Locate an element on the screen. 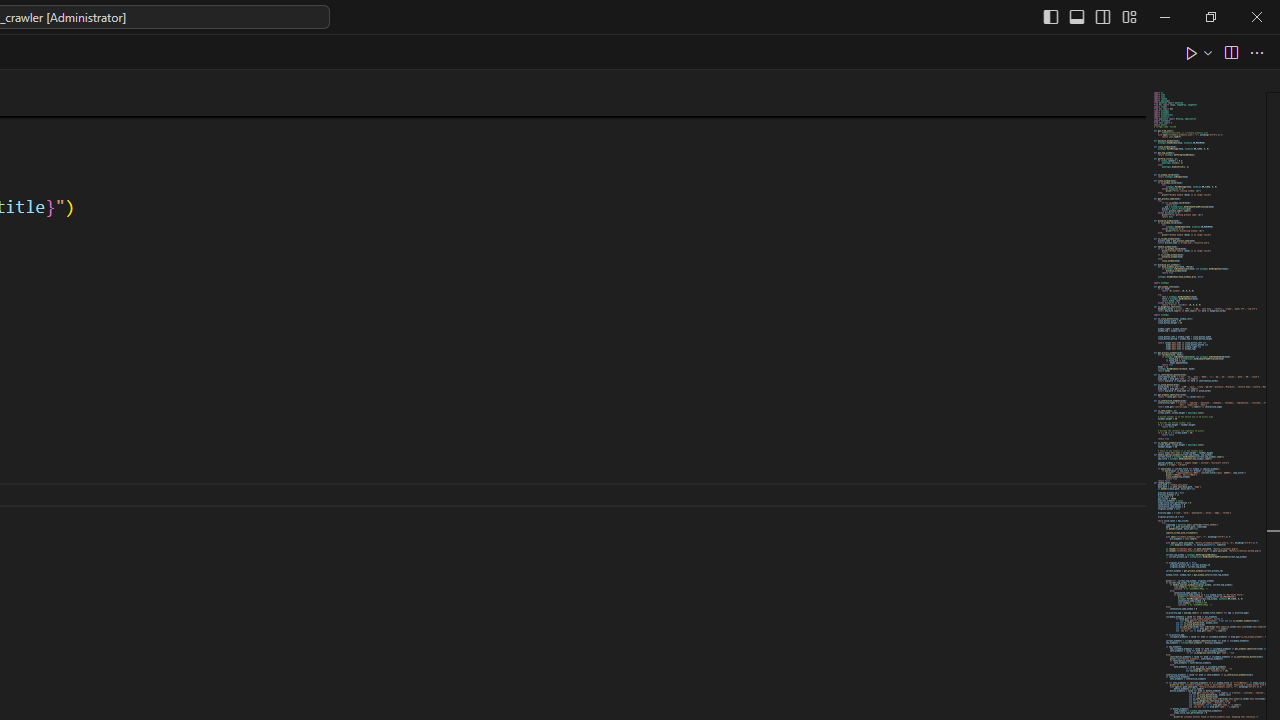  'Toggle Secondary Side Bar (Ctrl+Alt+B)' is located at coordinates (1101, 16).